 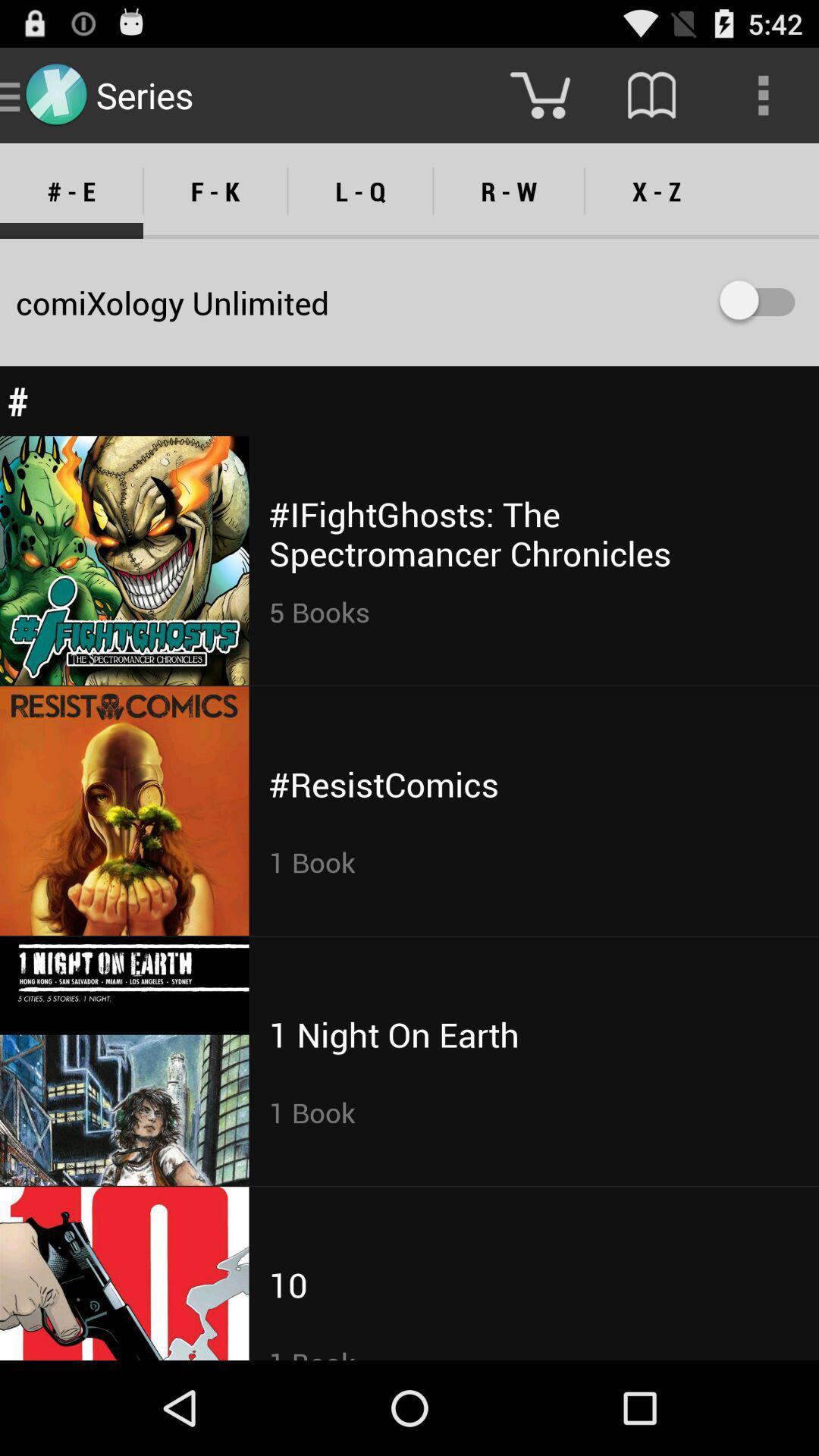 What do you see at coordinates (215, 190) in the screenshot?
I see `icon below the series app` at bounding box center [215, 190].